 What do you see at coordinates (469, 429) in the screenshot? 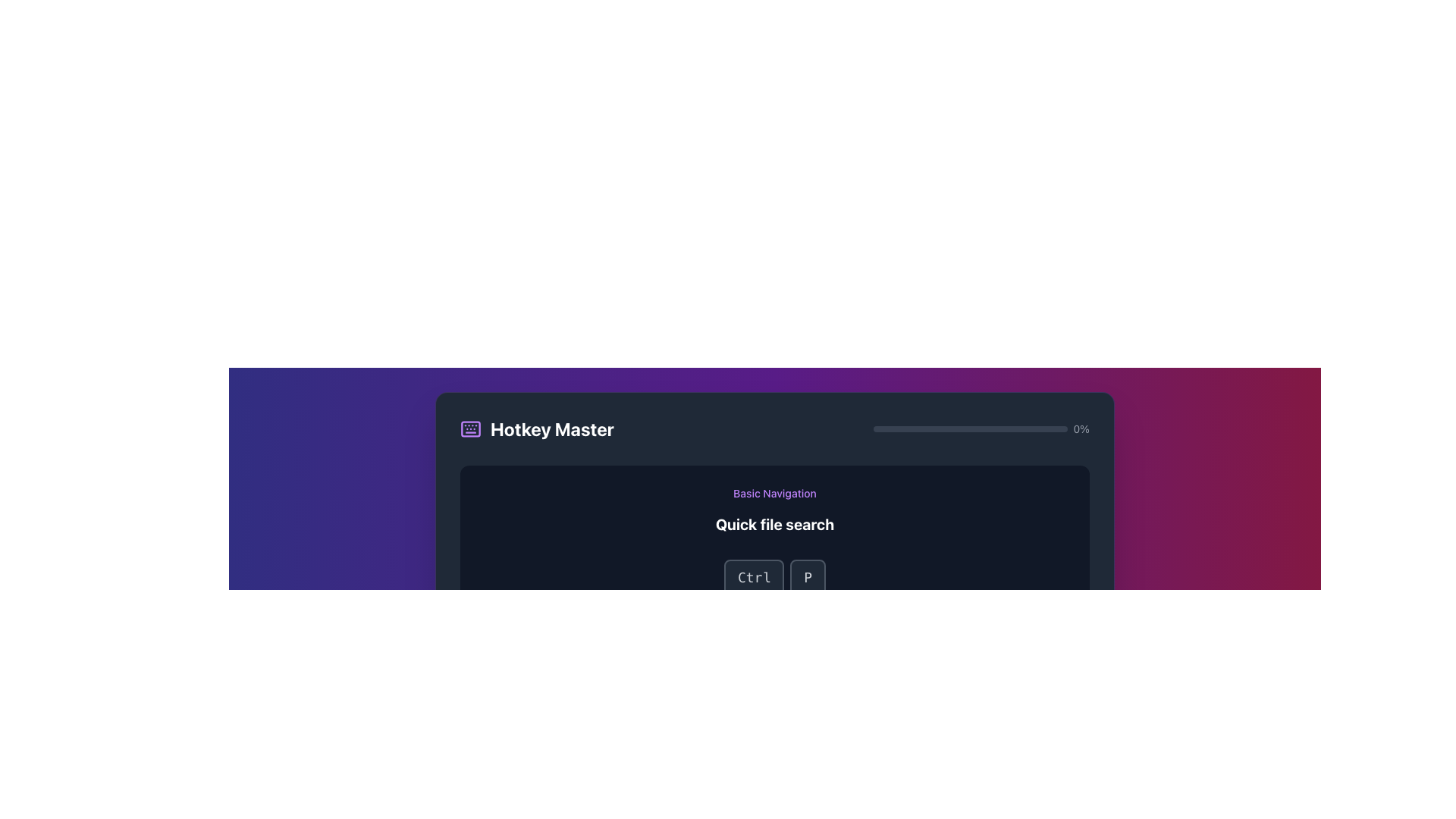
I see `the SVG rectangle that is a part of the keyboard icon located in the top-left corner of the user interface` at bounding box center [469, 429].